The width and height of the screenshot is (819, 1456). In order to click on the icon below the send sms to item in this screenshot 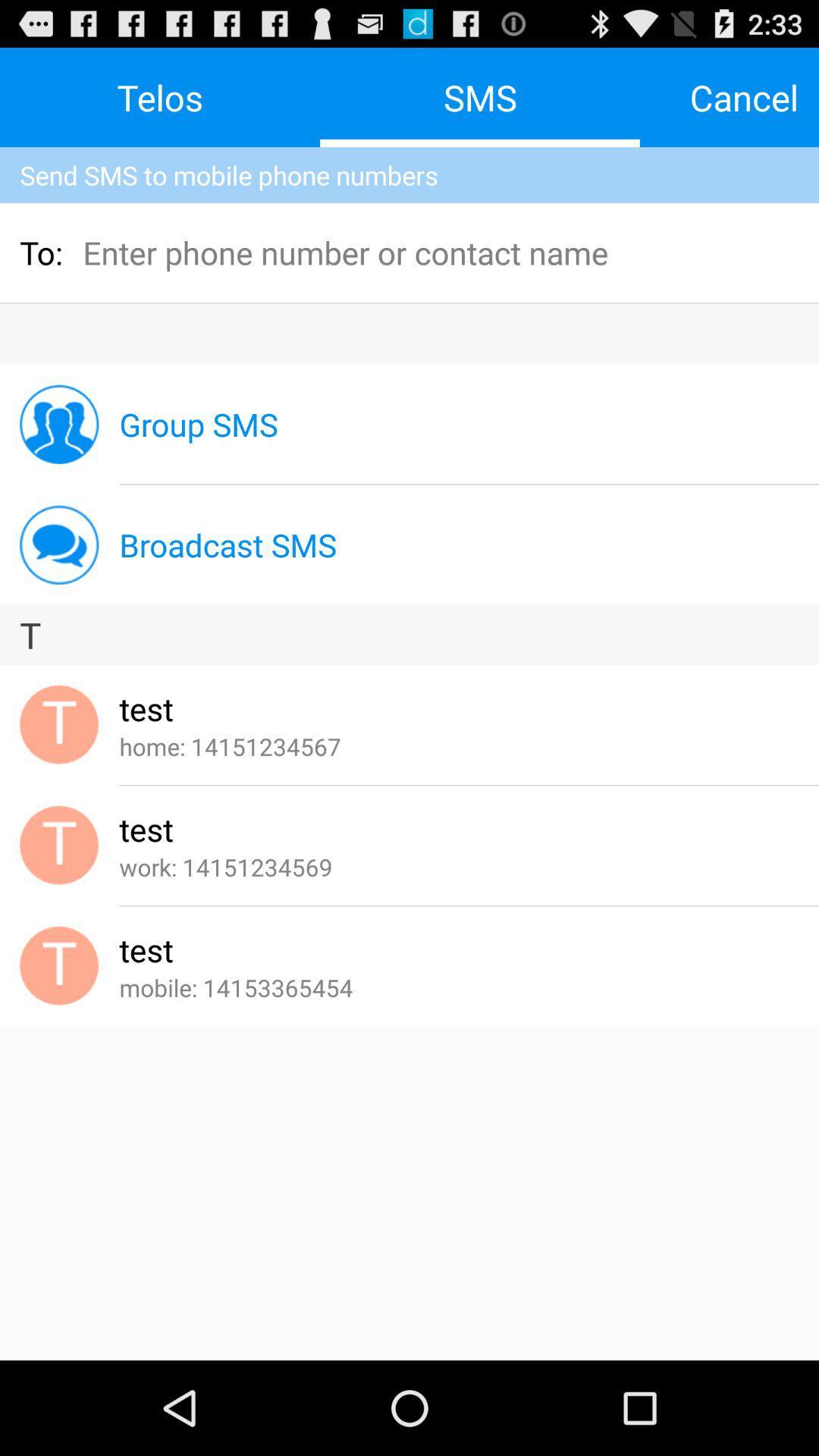, I will do `click(184, 252)`.